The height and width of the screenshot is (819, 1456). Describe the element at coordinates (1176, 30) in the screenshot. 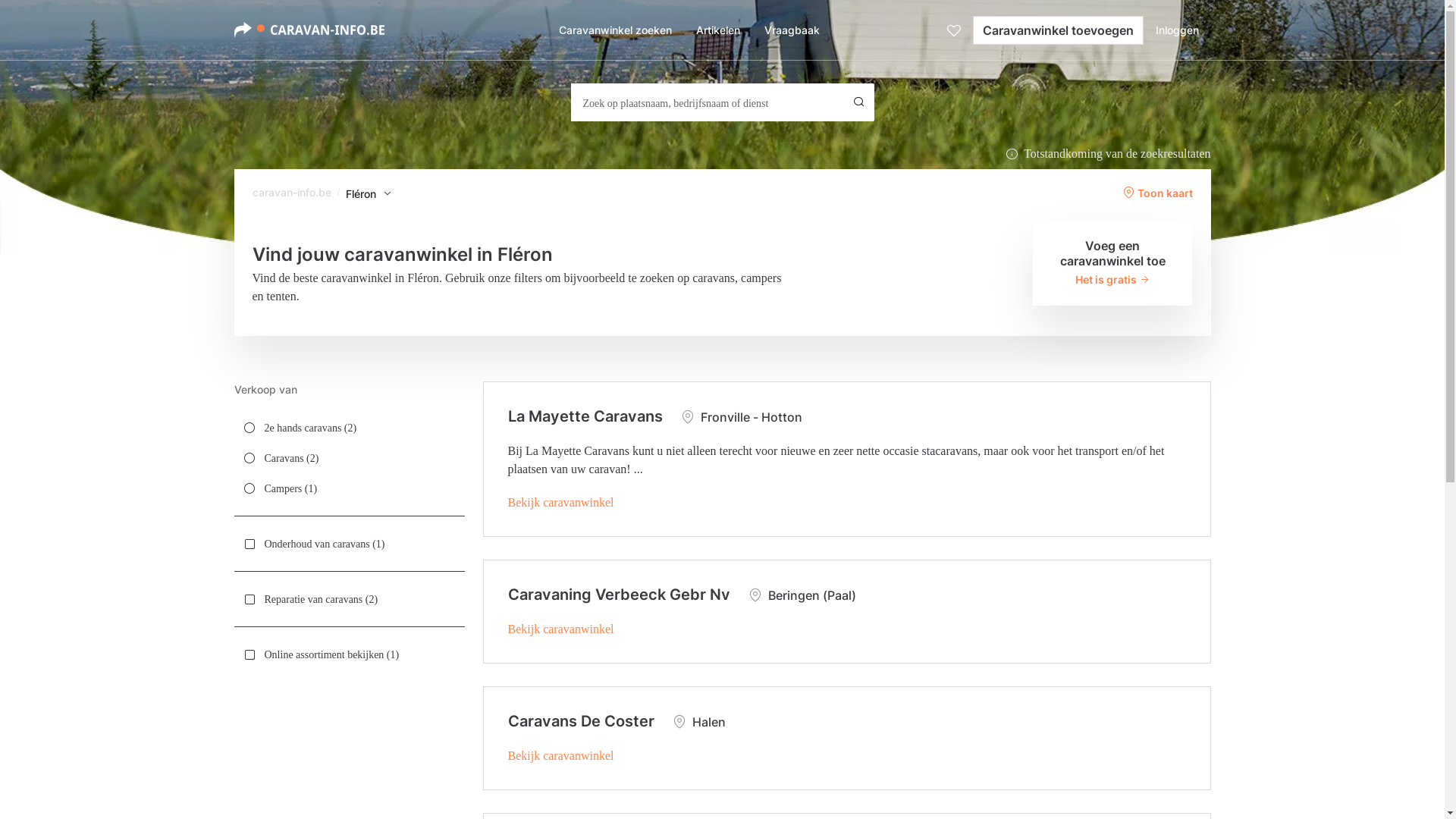

I see `'Inloggen'` at that location.